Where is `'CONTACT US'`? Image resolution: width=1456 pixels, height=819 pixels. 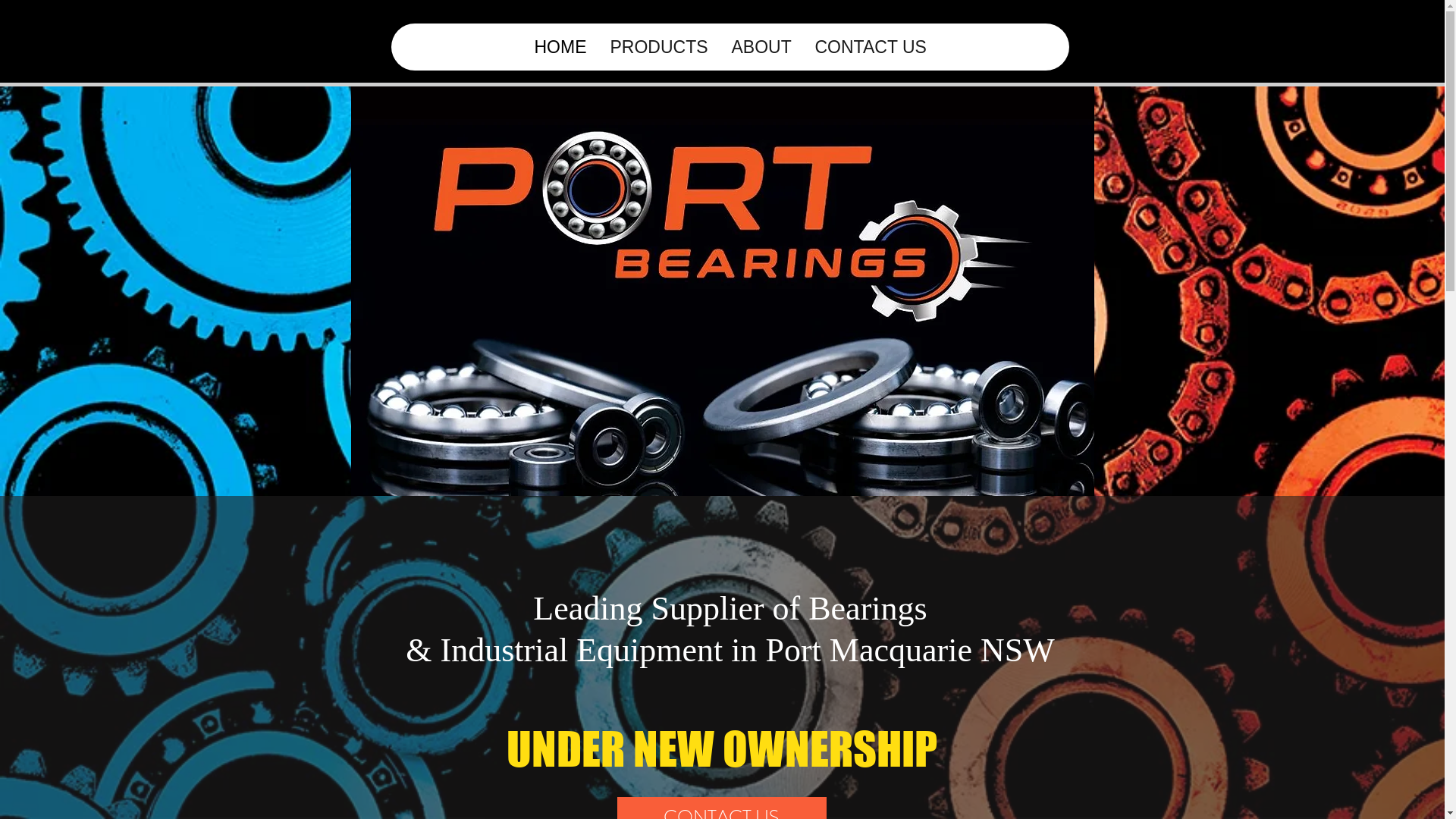
'CONTACT US' is located at coordinates (801, 45).